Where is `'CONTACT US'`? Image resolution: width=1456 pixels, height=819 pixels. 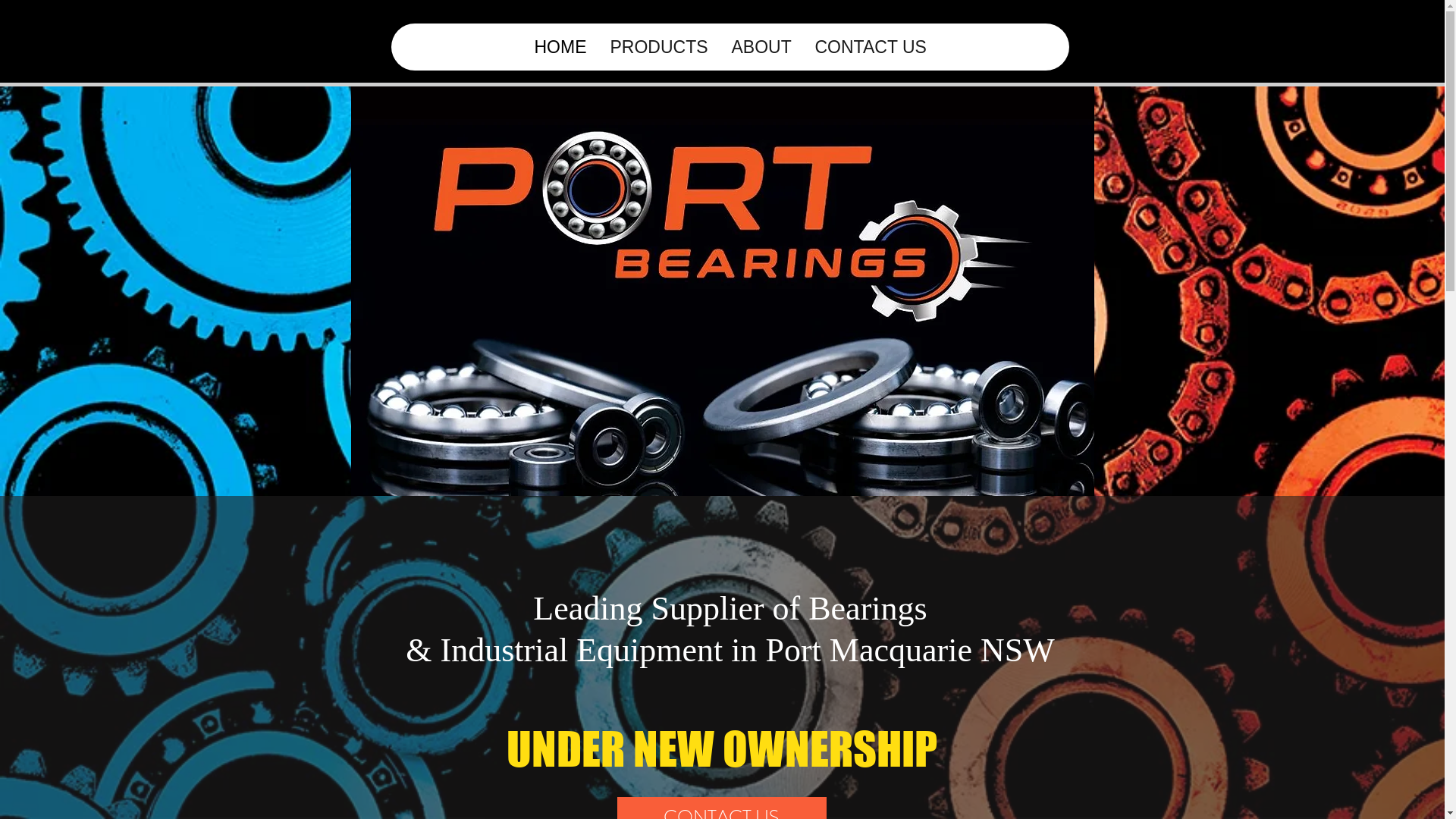
'CONTACT US' is located at coordinates (801, 45).